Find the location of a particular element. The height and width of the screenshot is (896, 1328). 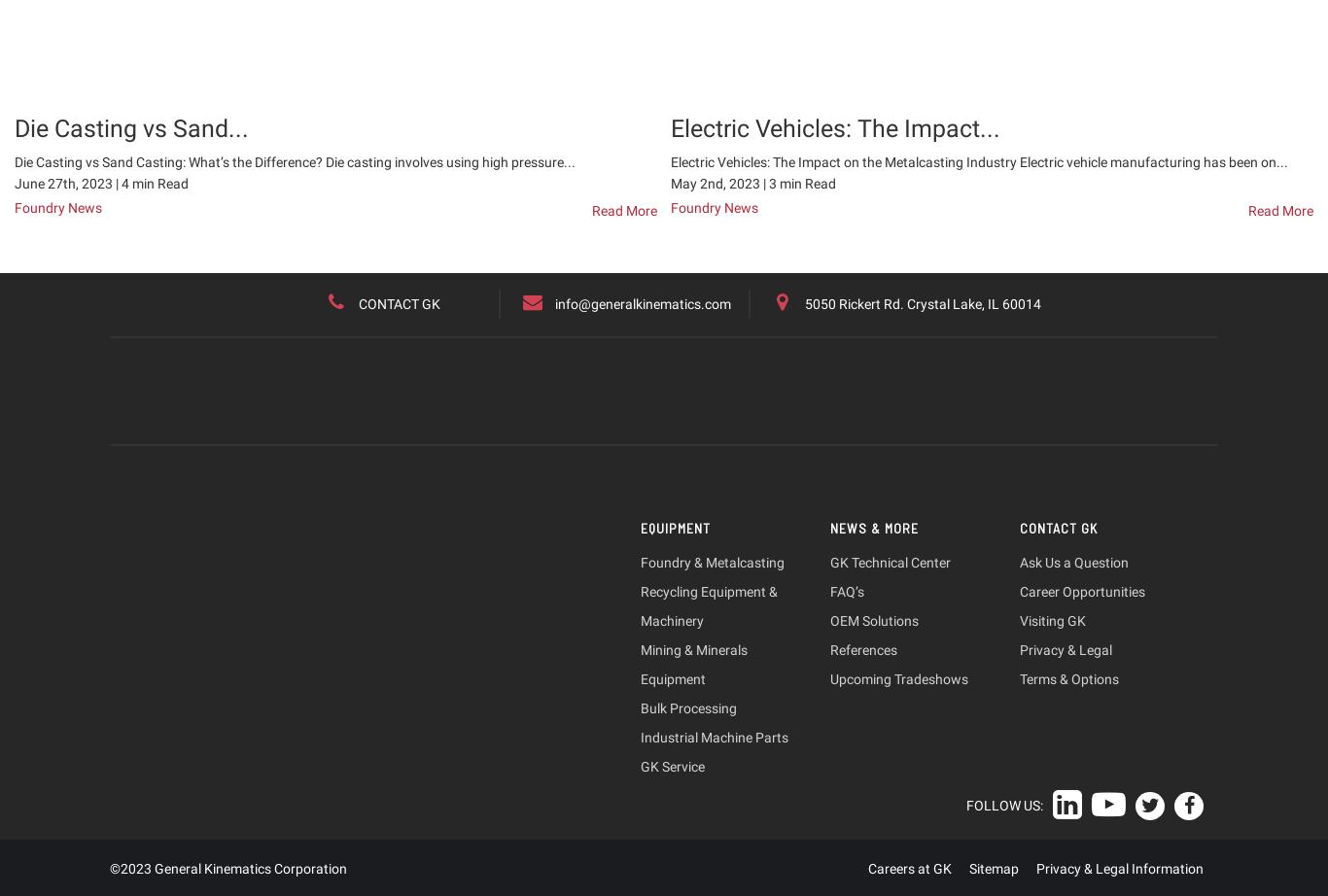

'June 27th, 2023 |' is located at coordinates (67, 182).